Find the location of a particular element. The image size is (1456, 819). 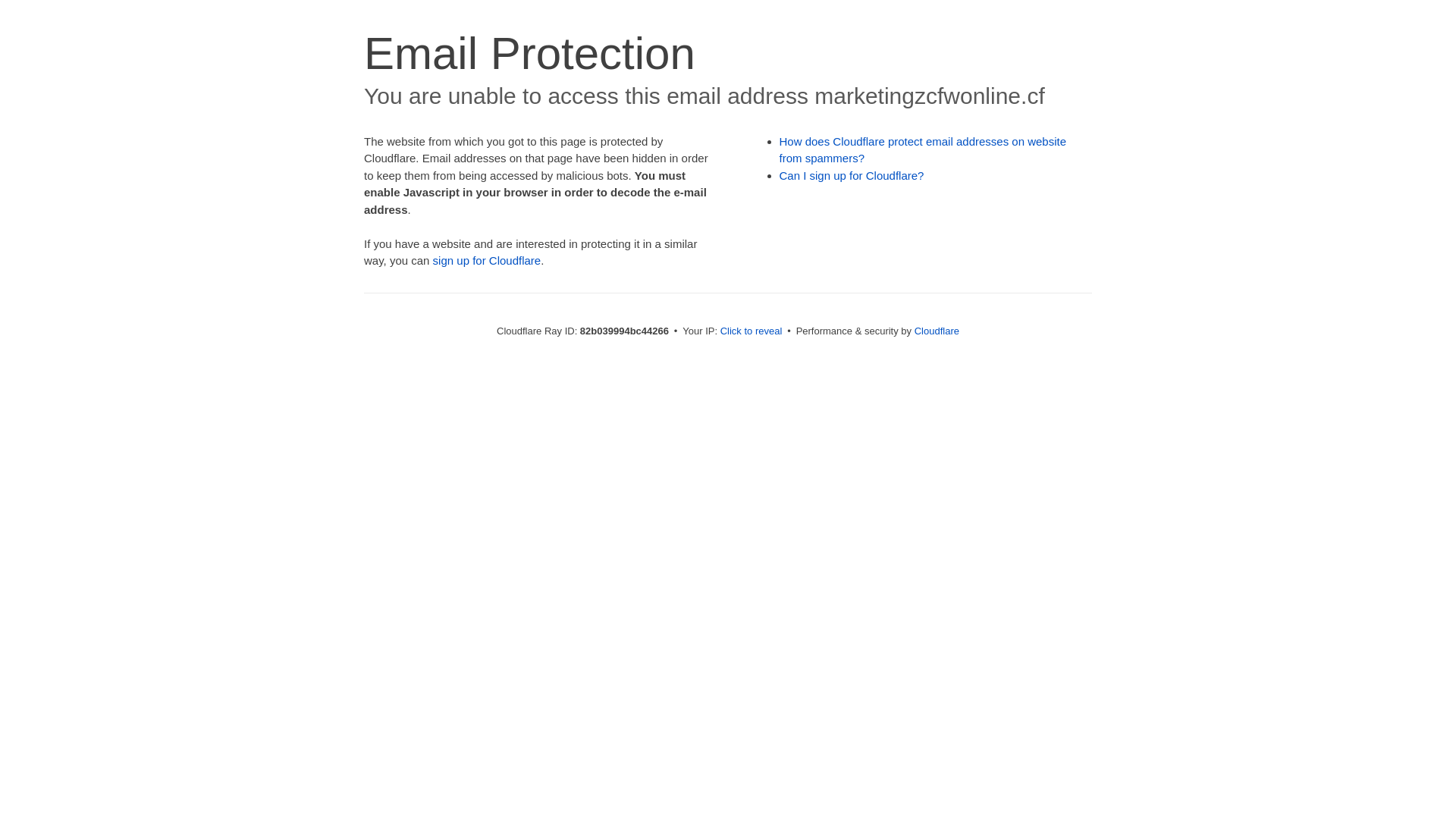

'Cloudflare' is located at coordinates (936, 330).